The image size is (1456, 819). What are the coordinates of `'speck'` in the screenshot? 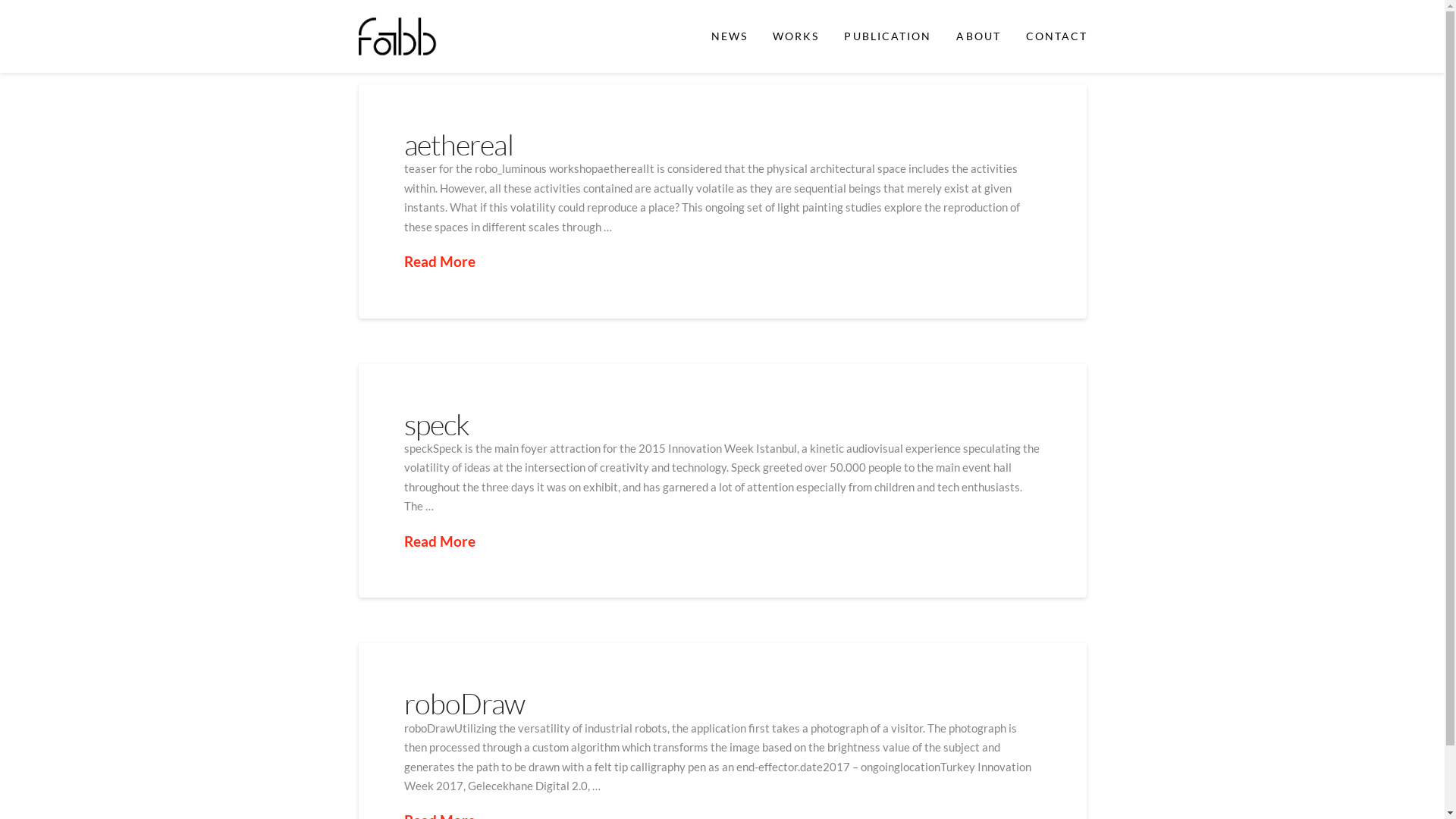 It's located at (435, 424).